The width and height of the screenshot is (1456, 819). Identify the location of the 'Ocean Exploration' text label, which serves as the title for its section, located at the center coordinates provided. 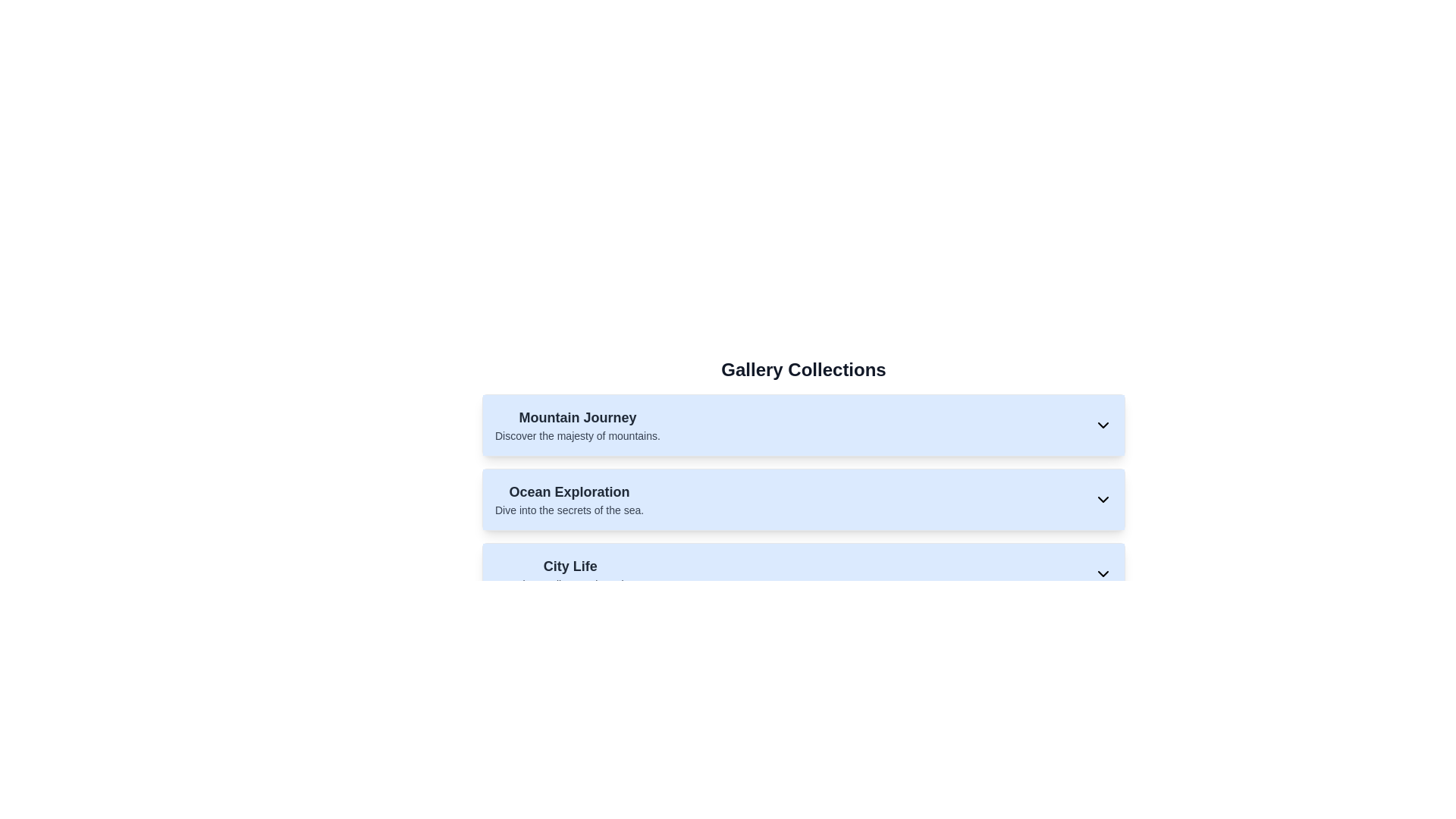
(569, 491).